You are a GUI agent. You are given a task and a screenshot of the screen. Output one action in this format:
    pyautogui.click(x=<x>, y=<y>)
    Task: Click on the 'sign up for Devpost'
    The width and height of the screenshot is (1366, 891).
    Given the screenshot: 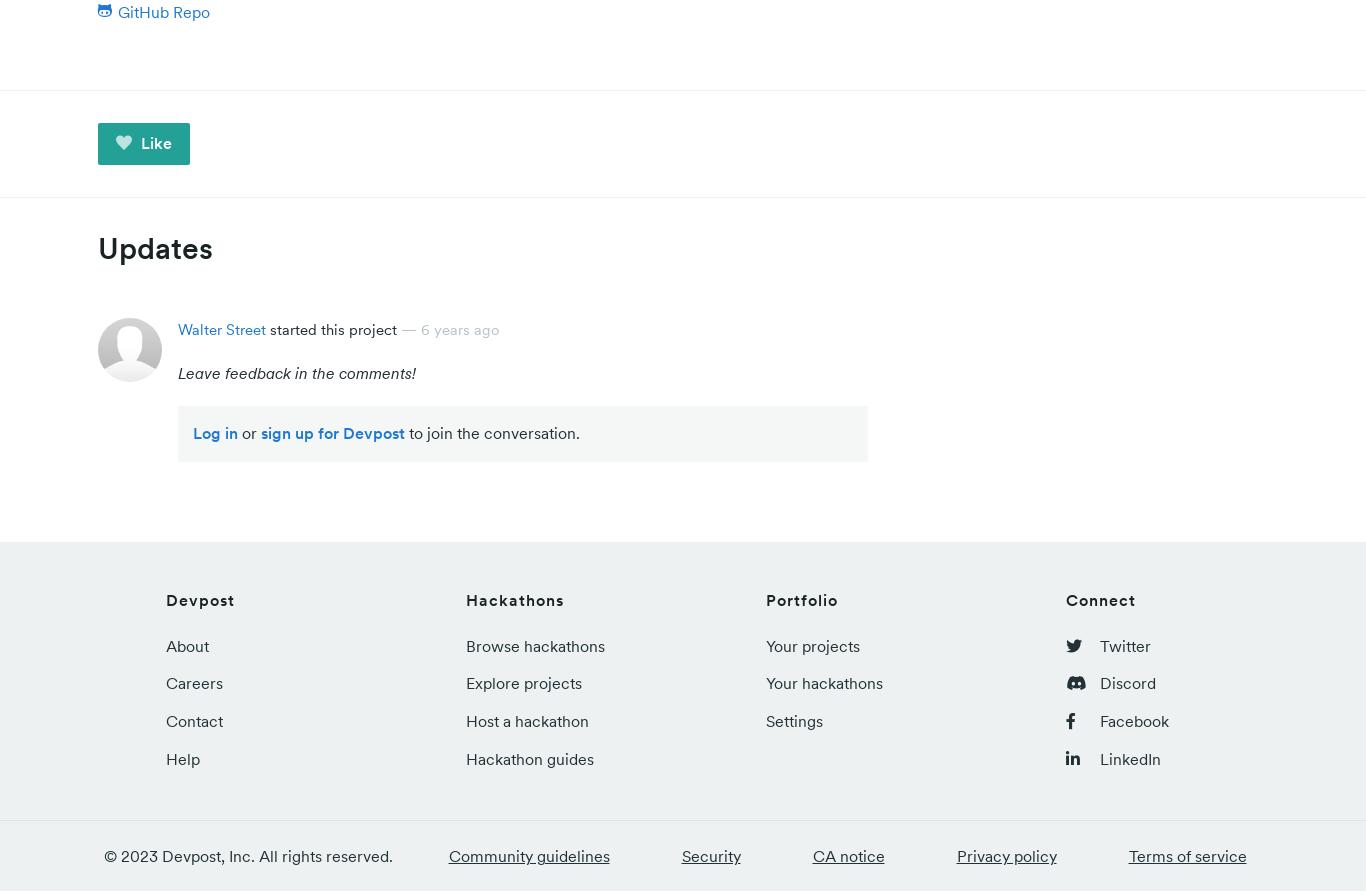 What is the action you would take?
    pyautogui.click(x=333, y=433)
    